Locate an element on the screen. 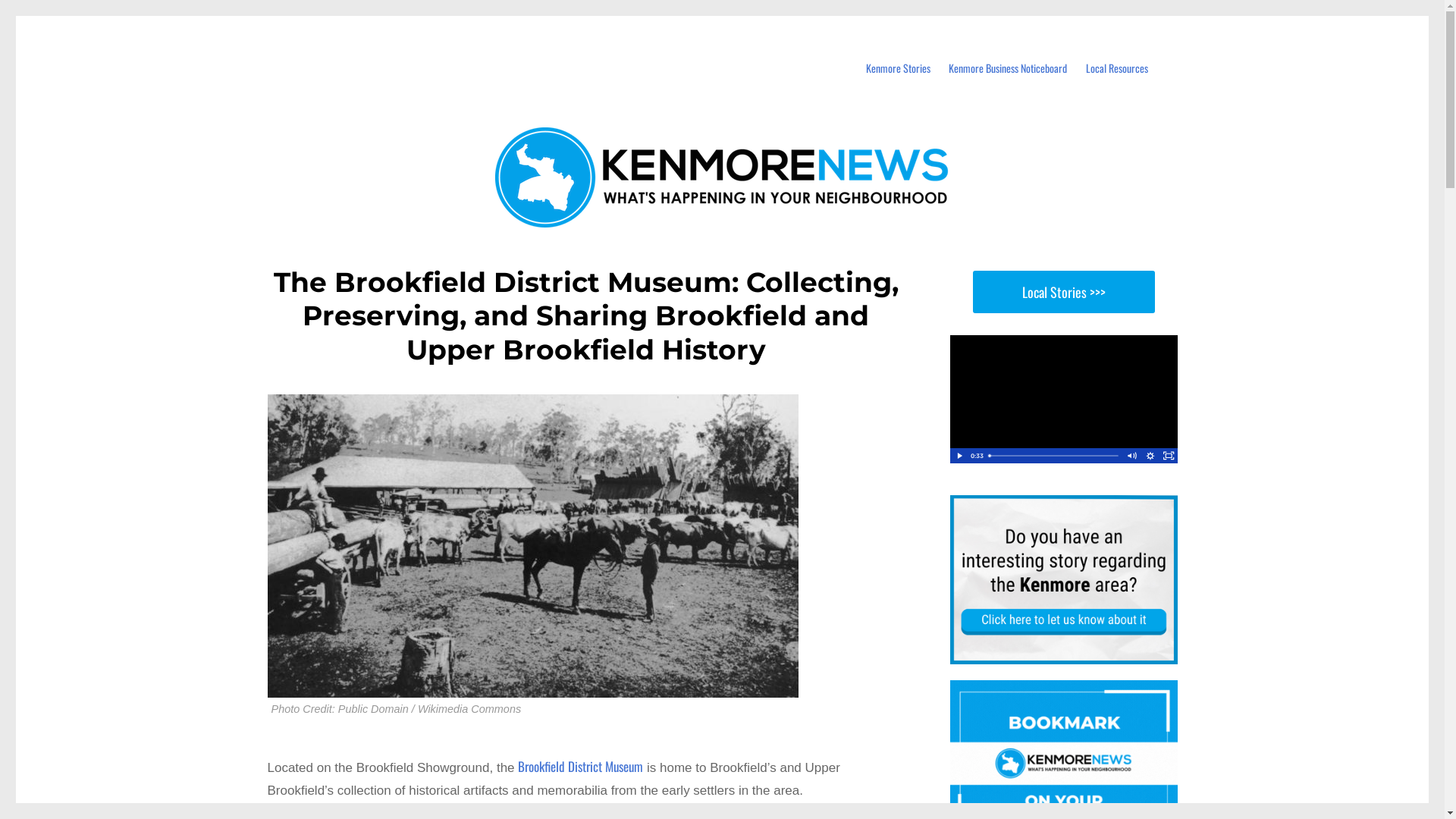 This screenshot has height=819, width=1456. 'Local Stories >>>' is located at coordinates (1062, 292).